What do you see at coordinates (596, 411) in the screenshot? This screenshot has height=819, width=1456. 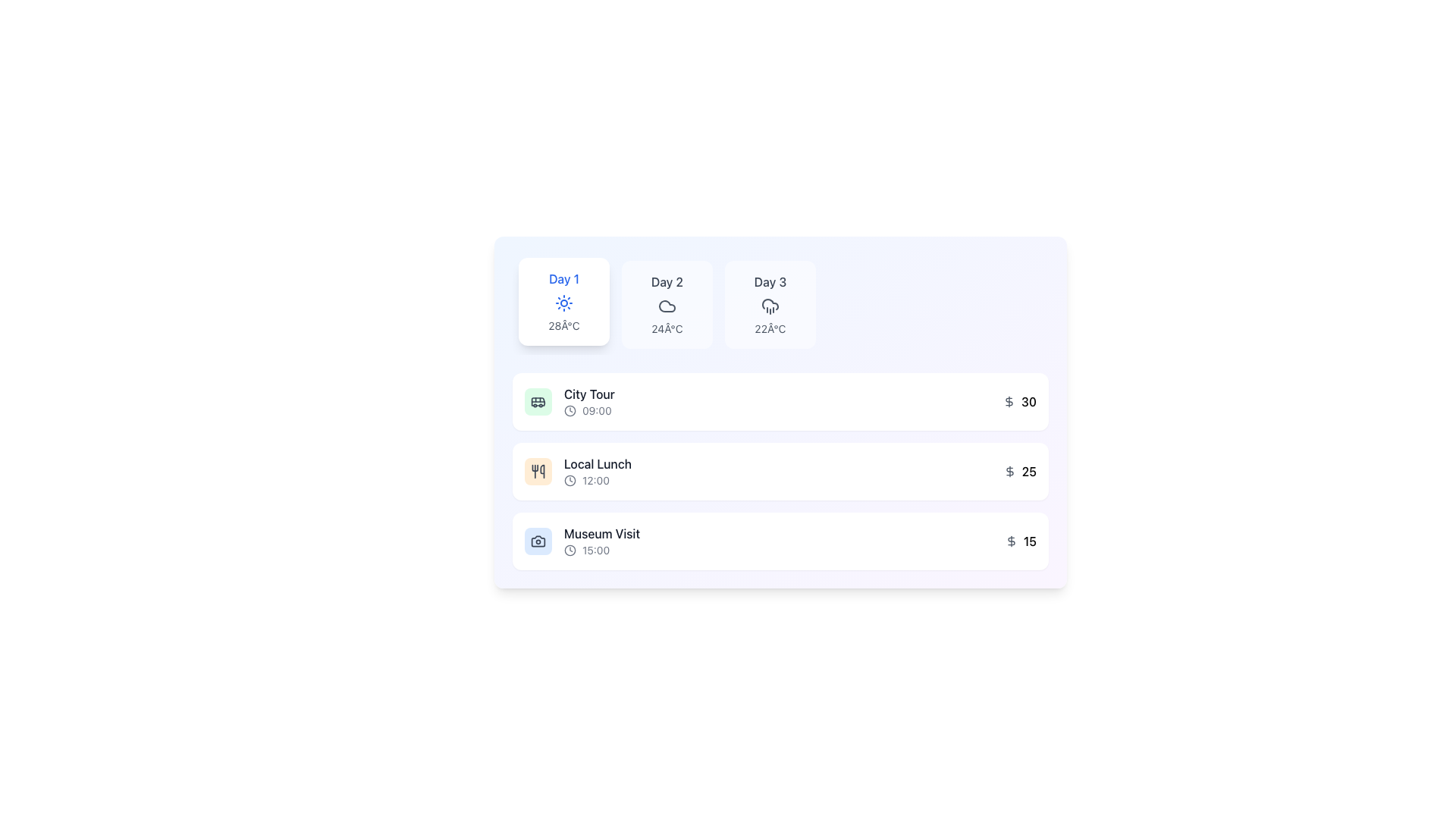 I see `the text label indicating the scheduled start time for the 'City Tour' activity, which is positioned to the right of a clock icon and is the first timing label in the list` at bounding box center [596, 411].